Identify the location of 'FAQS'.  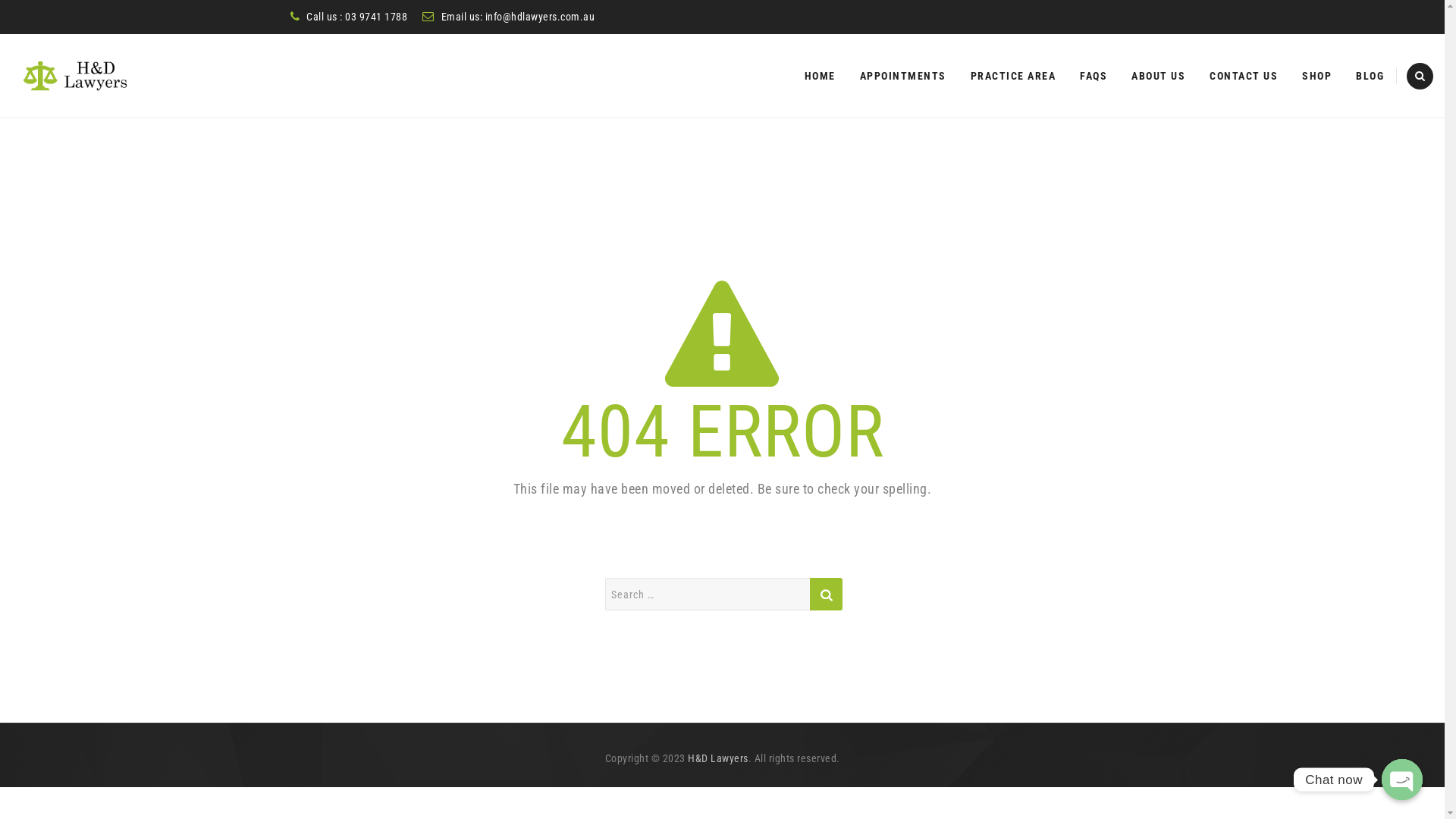
(1093, 76).